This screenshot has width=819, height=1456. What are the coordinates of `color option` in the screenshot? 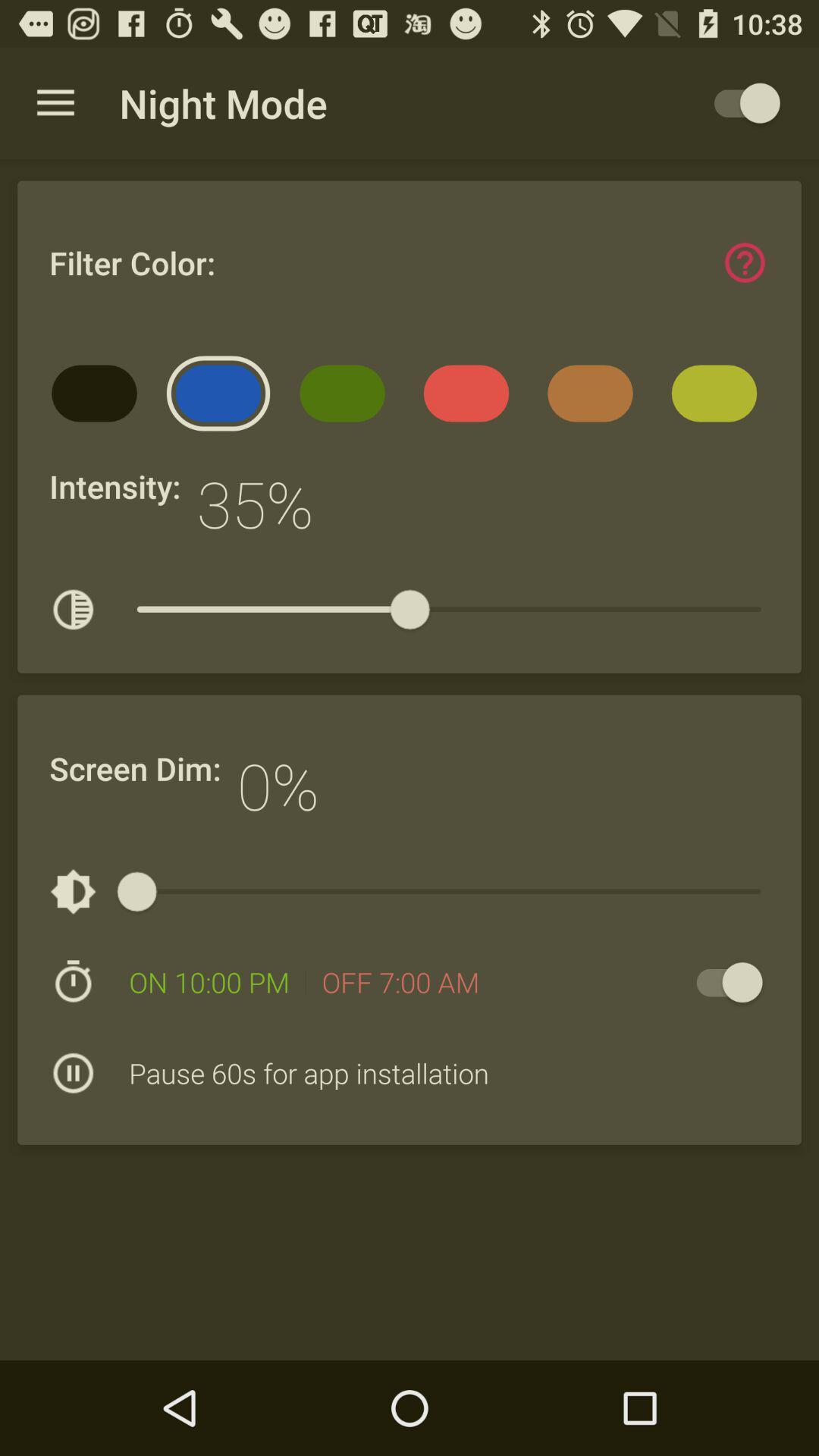 It's located at (744, 262).